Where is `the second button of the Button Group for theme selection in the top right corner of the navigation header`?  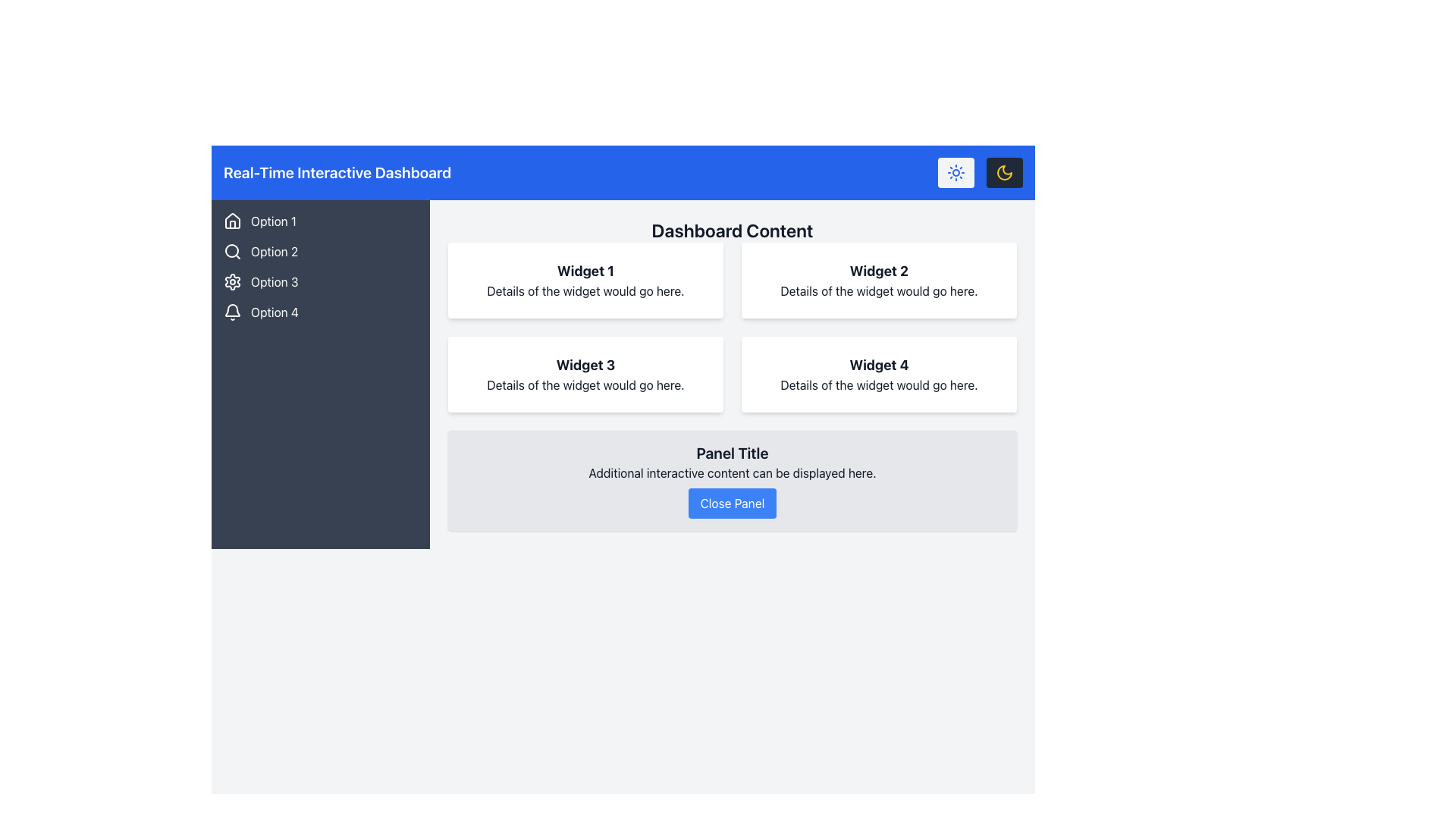 the second button of the Button Group for theme selection in the top right corner of the navigation header is located at coordinates (980, 171).